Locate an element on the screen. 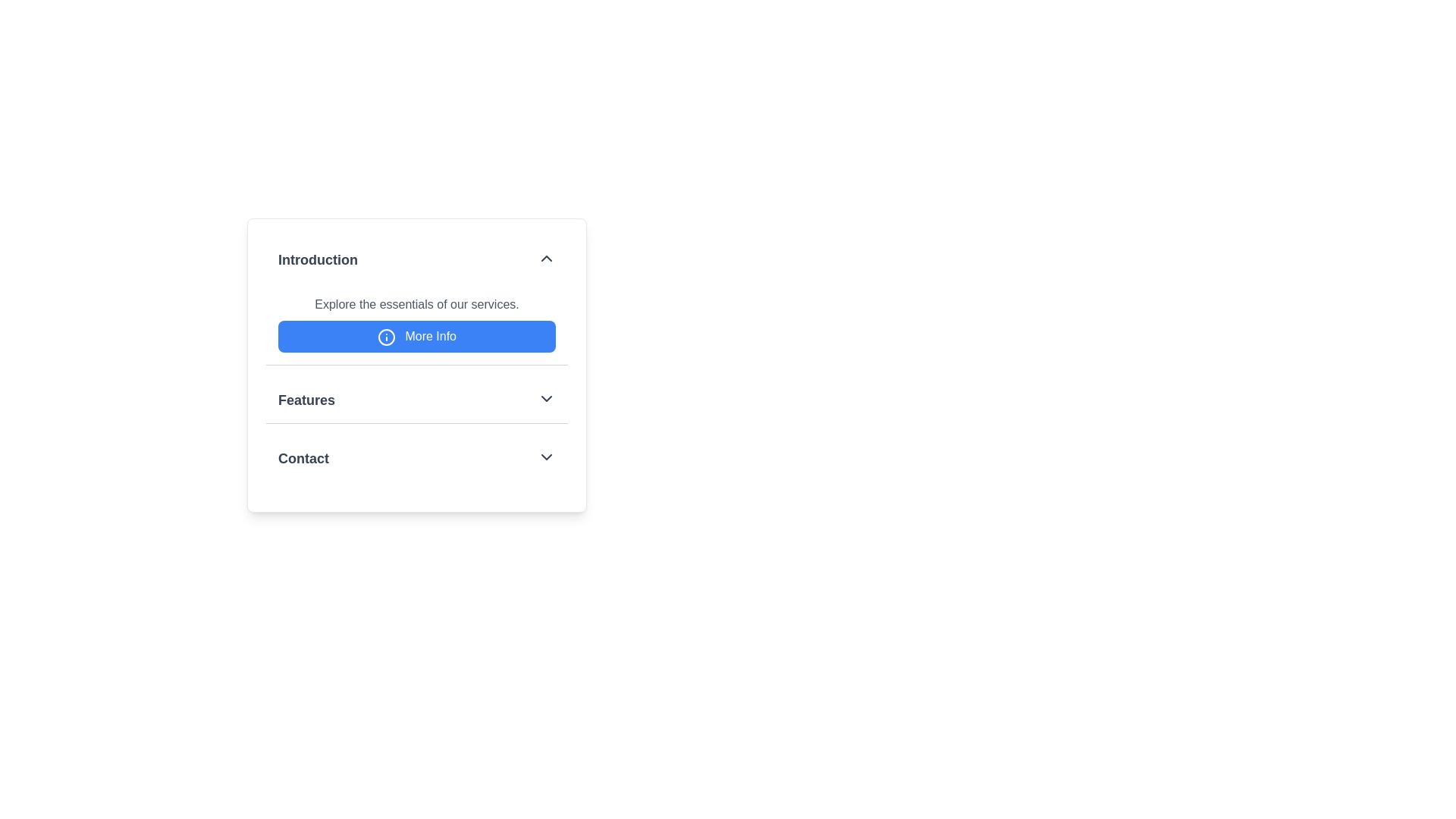 The height and width of the screenshot is (819, 1456). the Chevron Down icon located on the right side of the 'Features' section is located at coordinates (546, 397).